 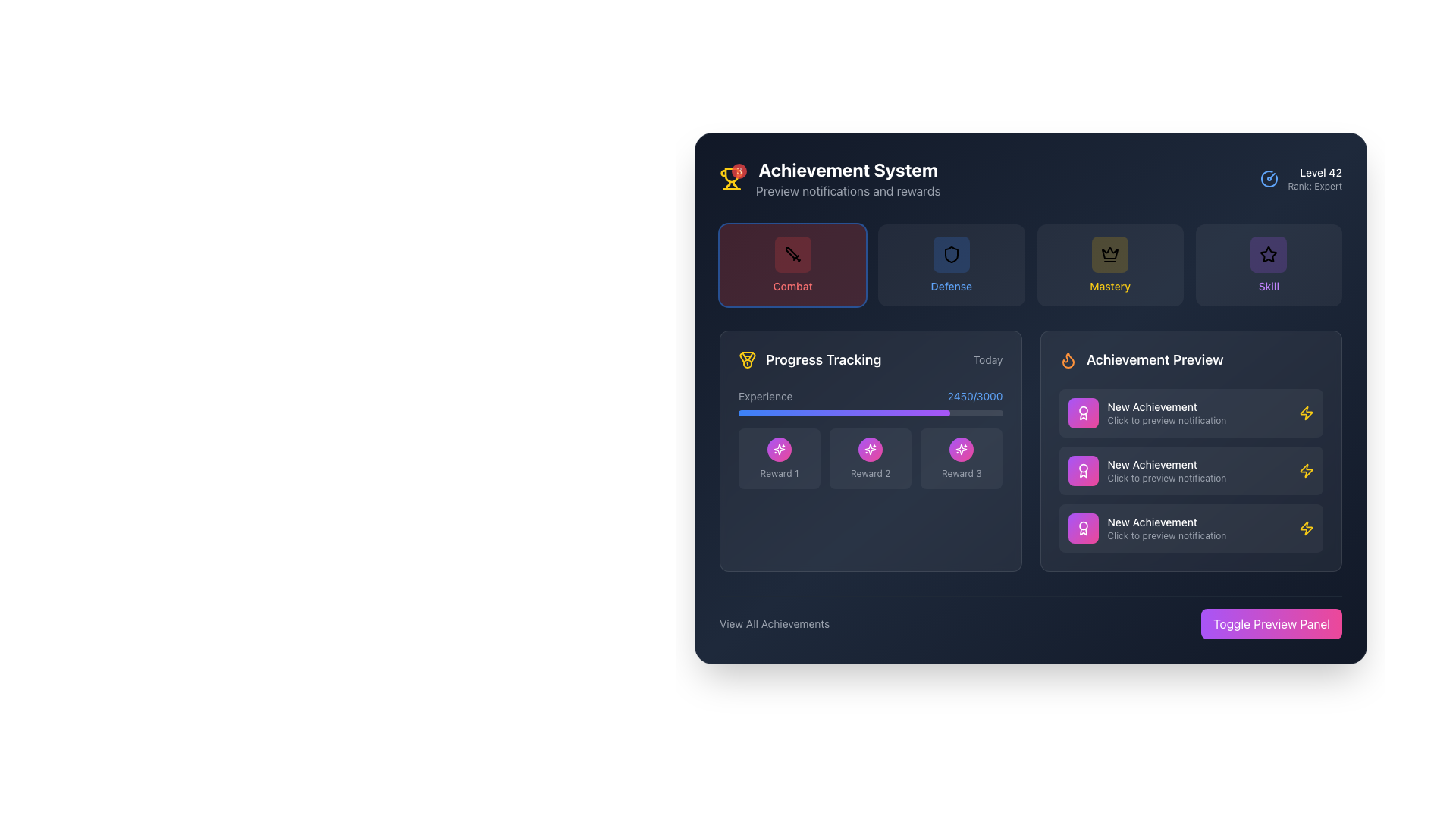 I want to click on the Decorative Icon within the 'Reward 2' button in the 'Progress Tracking' section, which indicates an achievement or reward, so click(x=871, y=449).